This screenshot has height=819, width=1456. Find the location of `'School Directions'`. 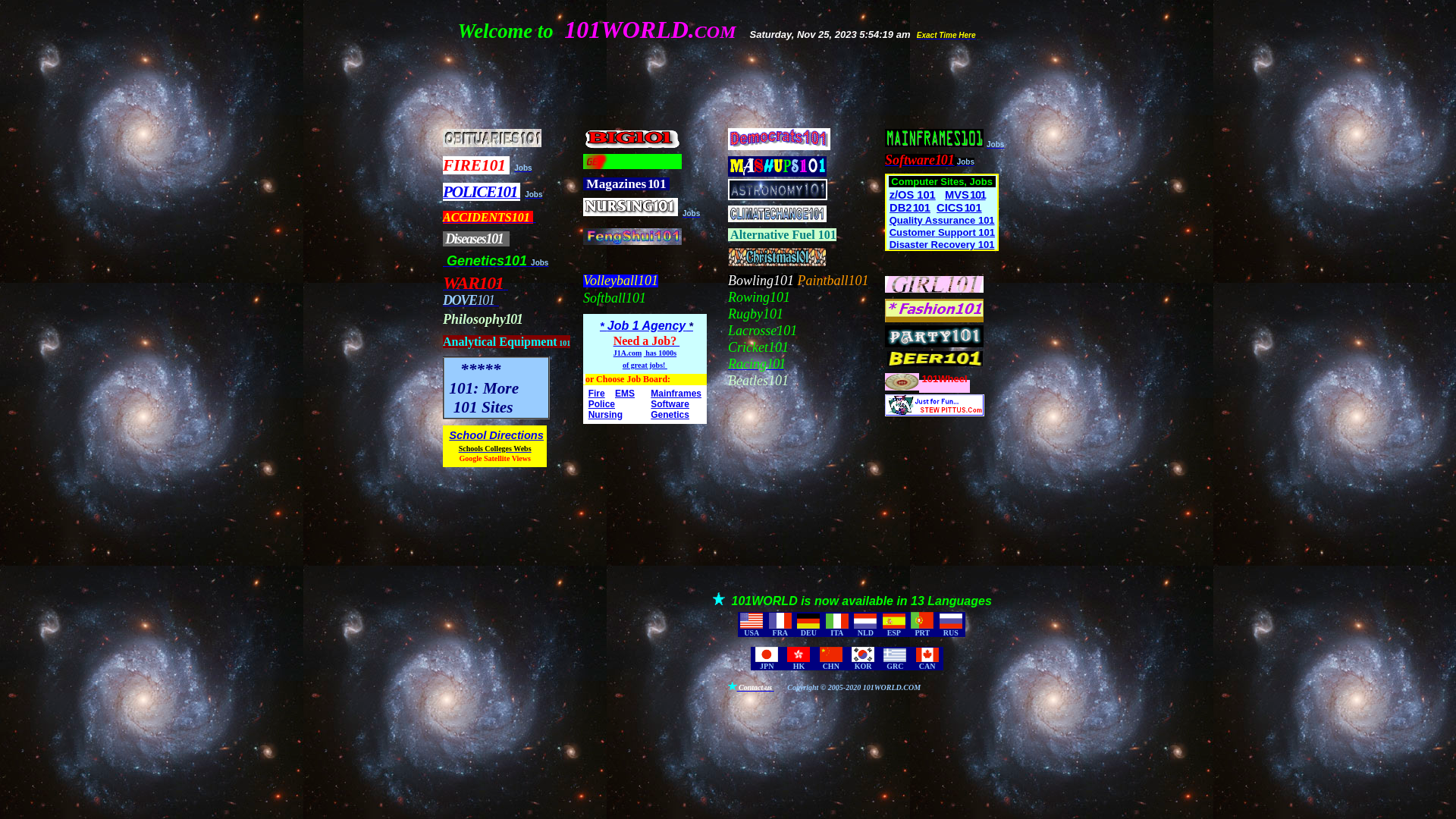

'School Directions' is located at coordinates (447, 435).